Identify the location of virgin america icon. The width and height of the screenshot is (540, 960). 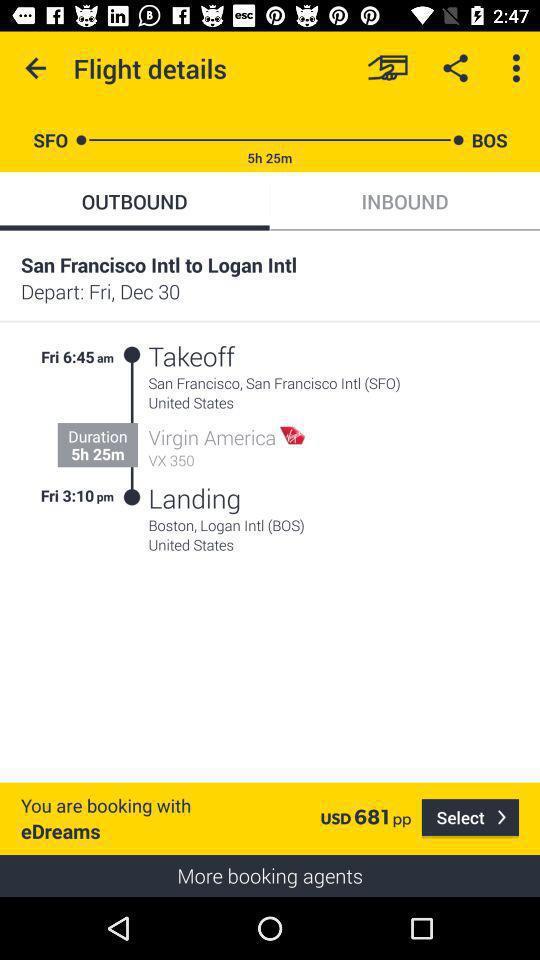
(211, 437).